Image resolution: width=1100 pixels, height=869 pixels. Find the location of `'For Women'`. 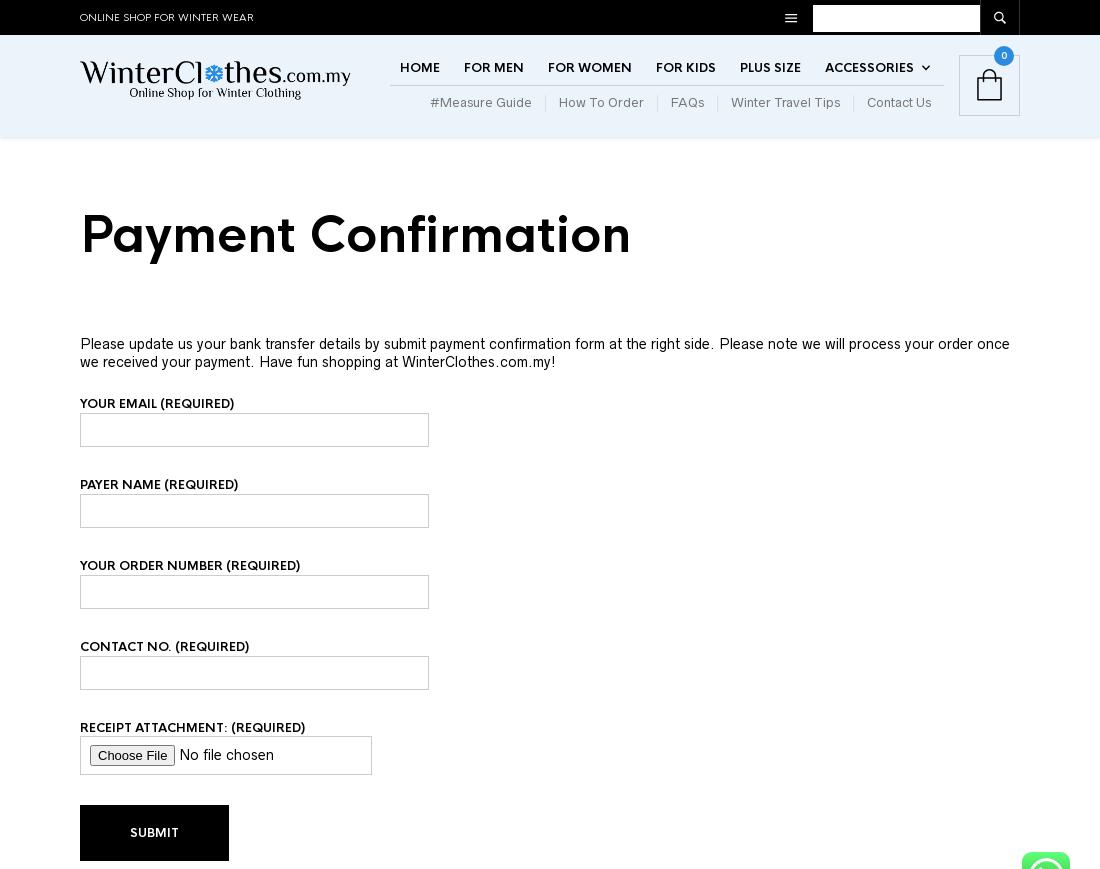

'For Women' is located at coordinates (589, 85).